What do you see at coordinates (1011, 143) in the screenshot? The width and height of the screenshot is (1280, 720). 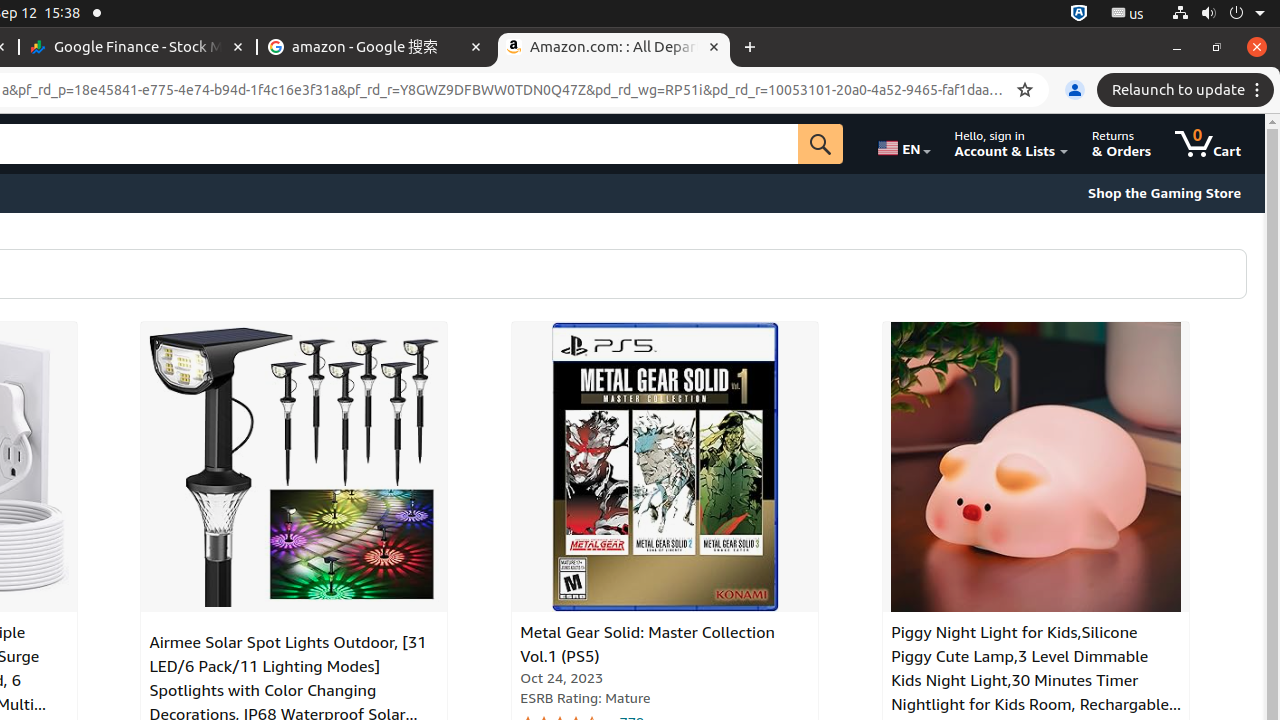 I see `'Hello, sign in Account & Lists'` at bounding box center [1011, 143].